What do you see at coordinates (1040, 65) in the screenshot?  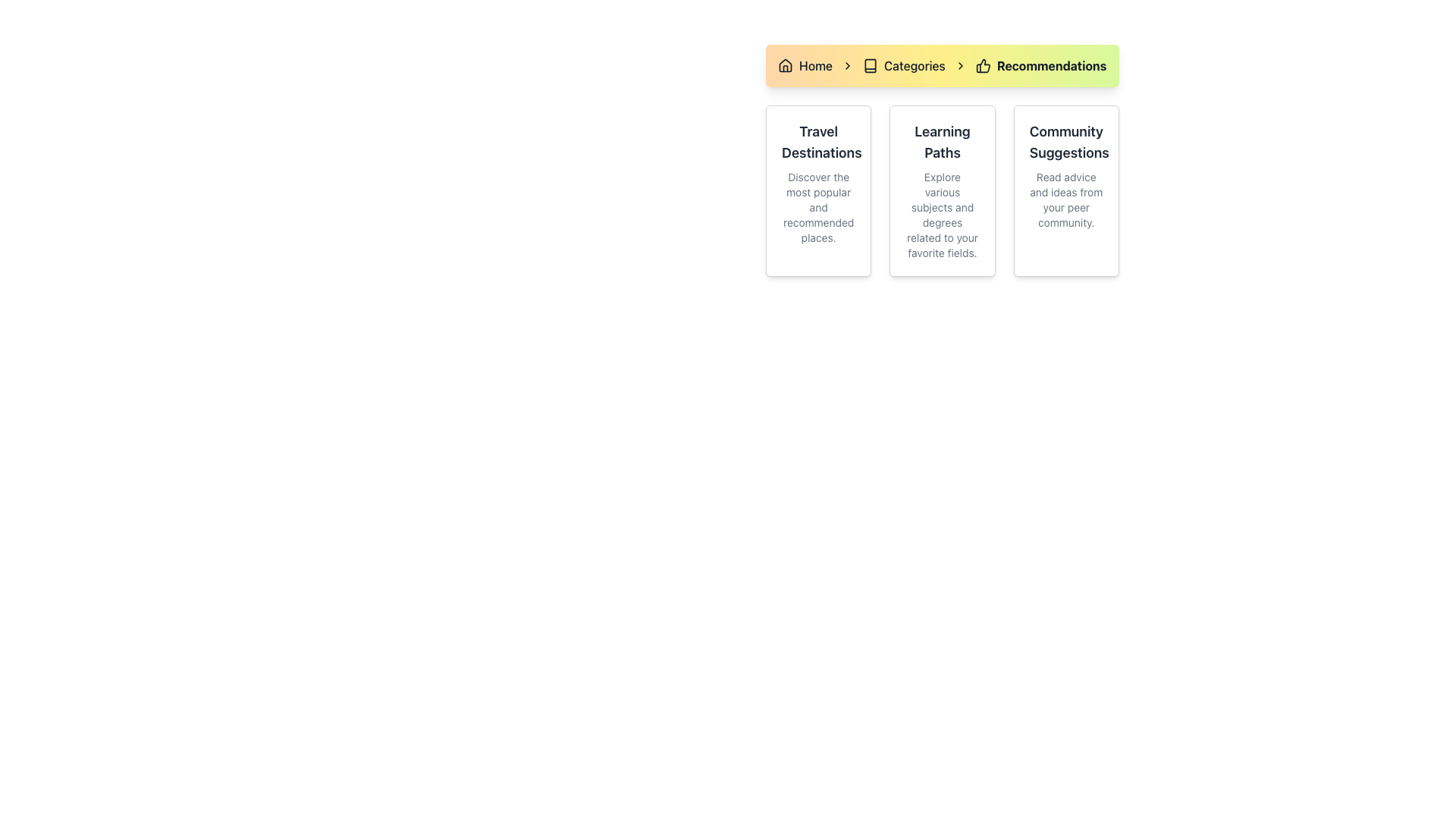 I see `the third breadcrumb navigation item labeled 'Recommendations'` at bounding box center [1040, 65].